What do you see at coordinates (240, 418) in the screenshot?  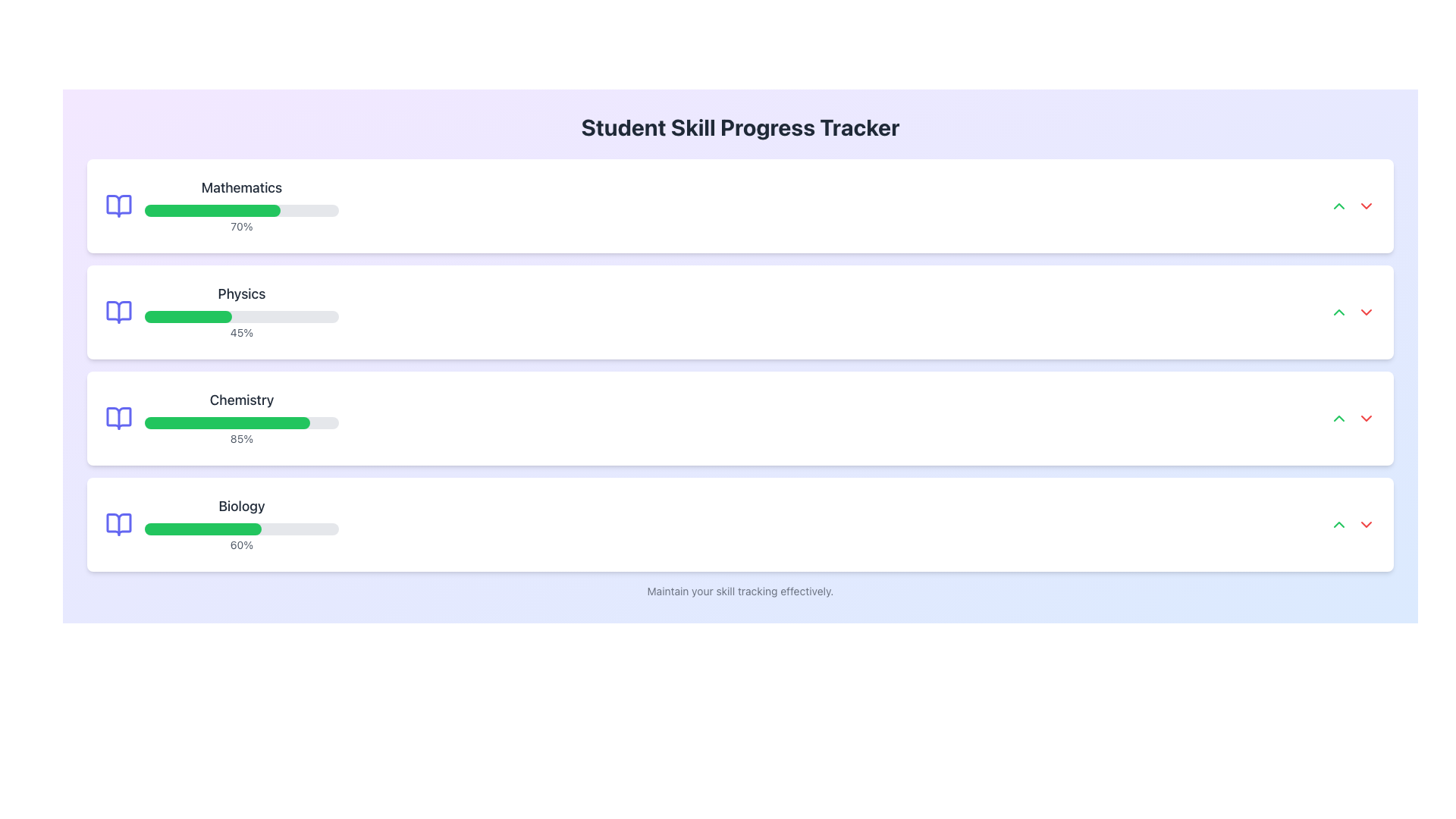 I see `the Chemistry progress bar, which is the third in a vertically stacked list of progress trackers, visually indicating task completion percentage` at bounding box center [240, 418].